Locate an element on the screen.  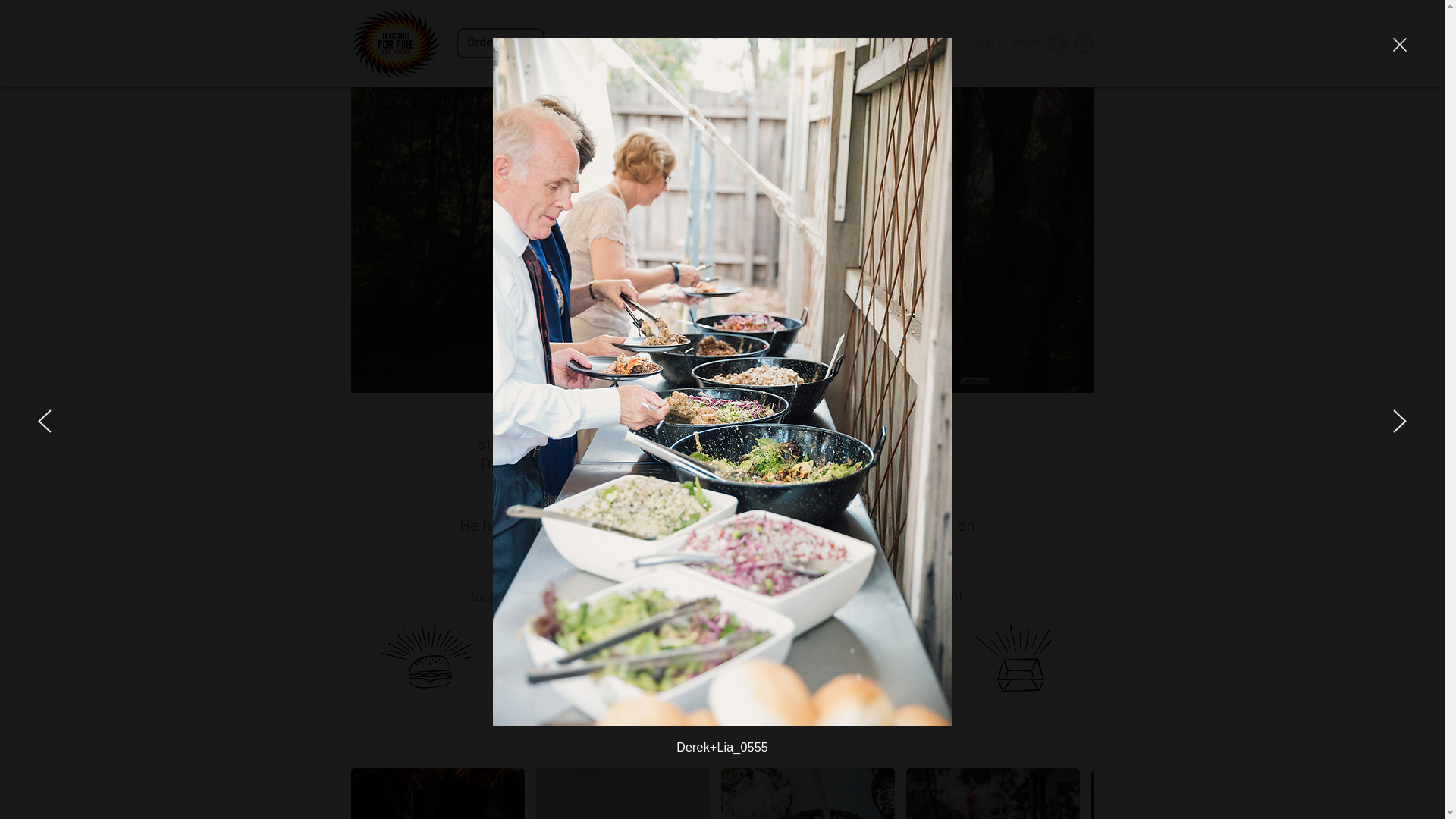
'Our kitchen' is located at coordinates (905, 42).